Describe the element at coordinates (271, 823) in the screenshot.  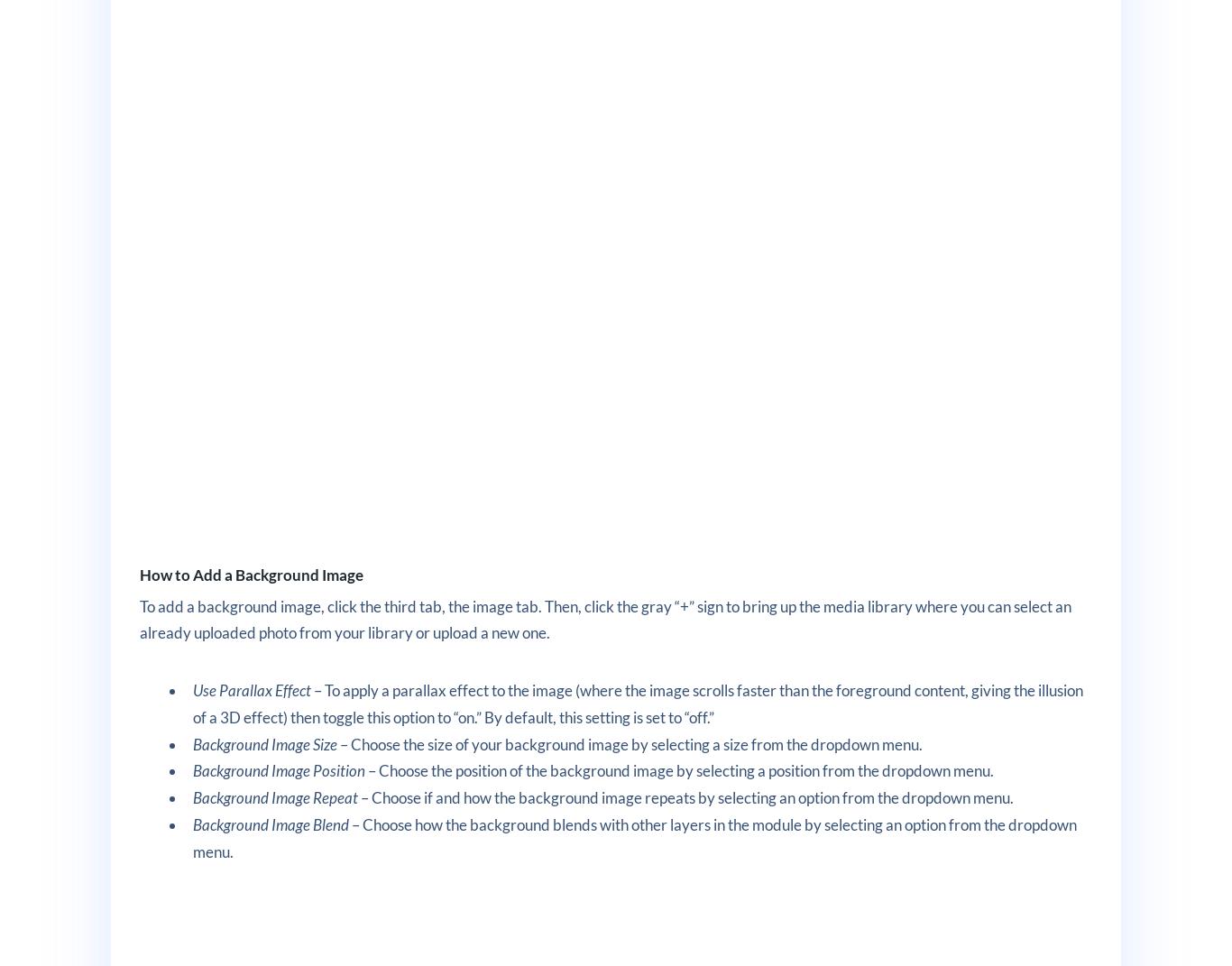
I see `'Background Image Blend'` at that location.